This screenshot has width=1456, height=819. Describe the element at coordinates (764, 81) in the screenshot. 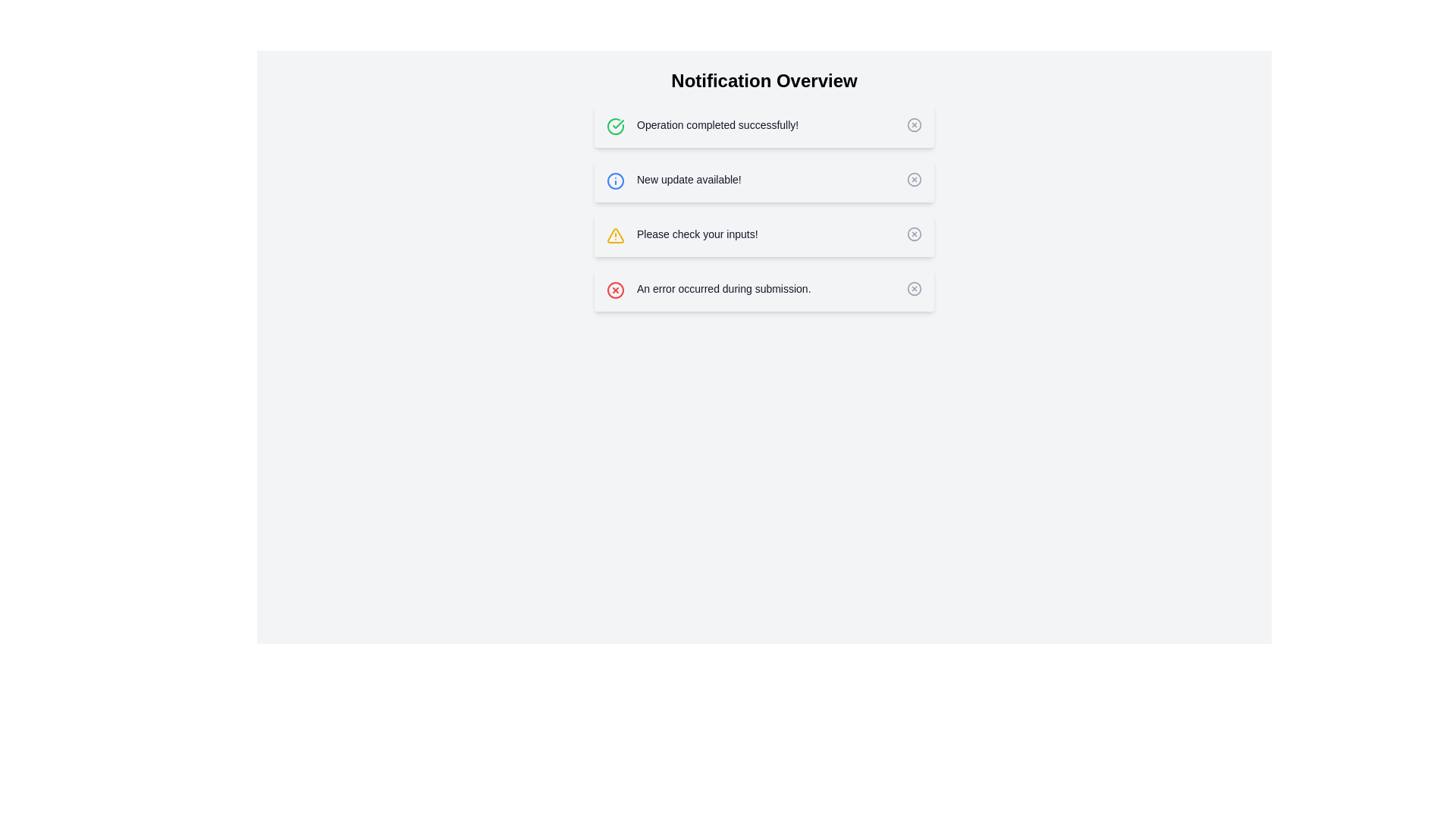

I see `heading text located at the top of the notification section, which serves as a header or title for the contained items` at that location.